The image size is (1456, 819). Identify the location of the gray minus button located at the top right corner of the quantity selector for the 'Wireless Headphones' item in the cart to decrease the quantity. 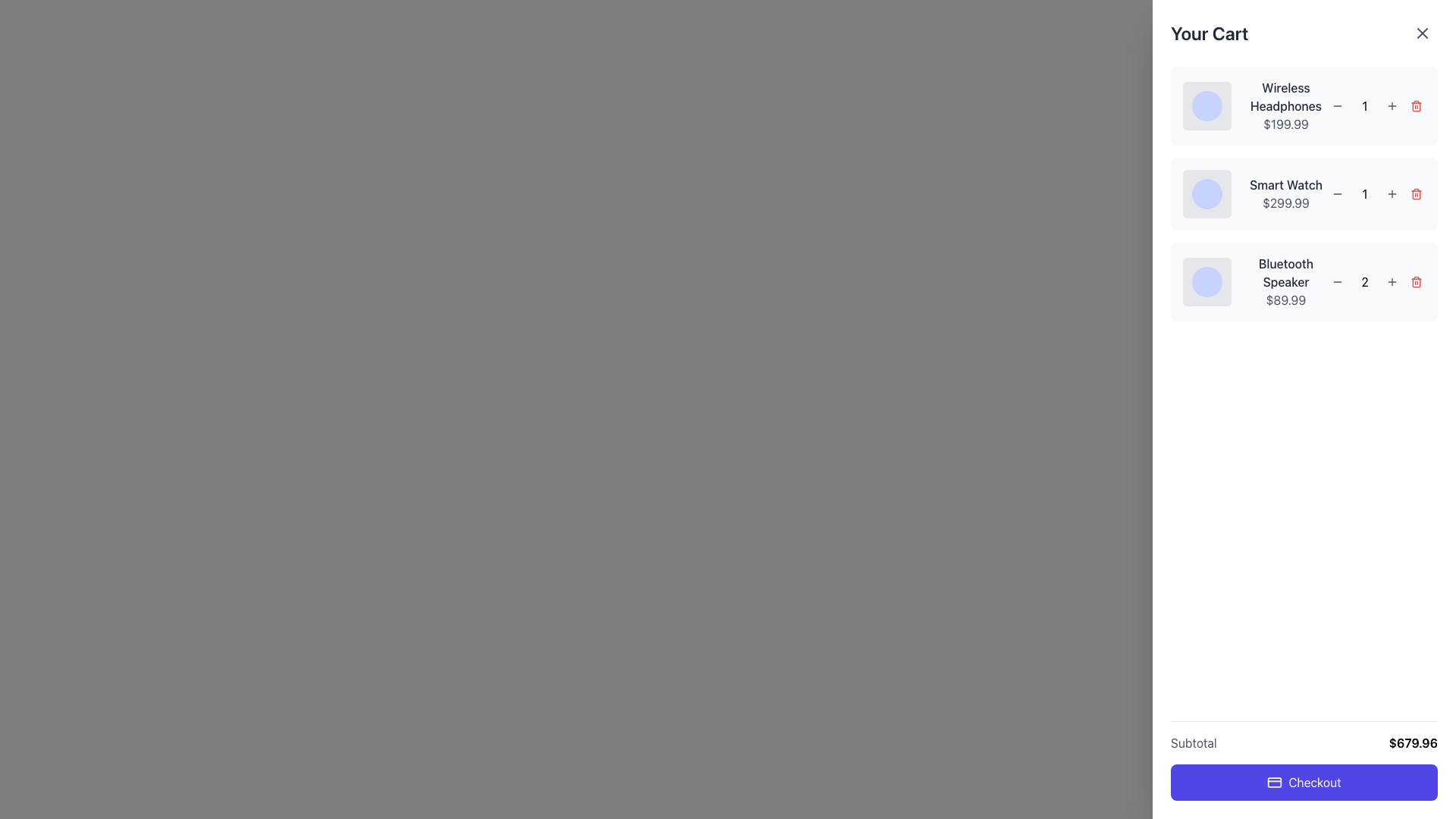
(1337, 105).